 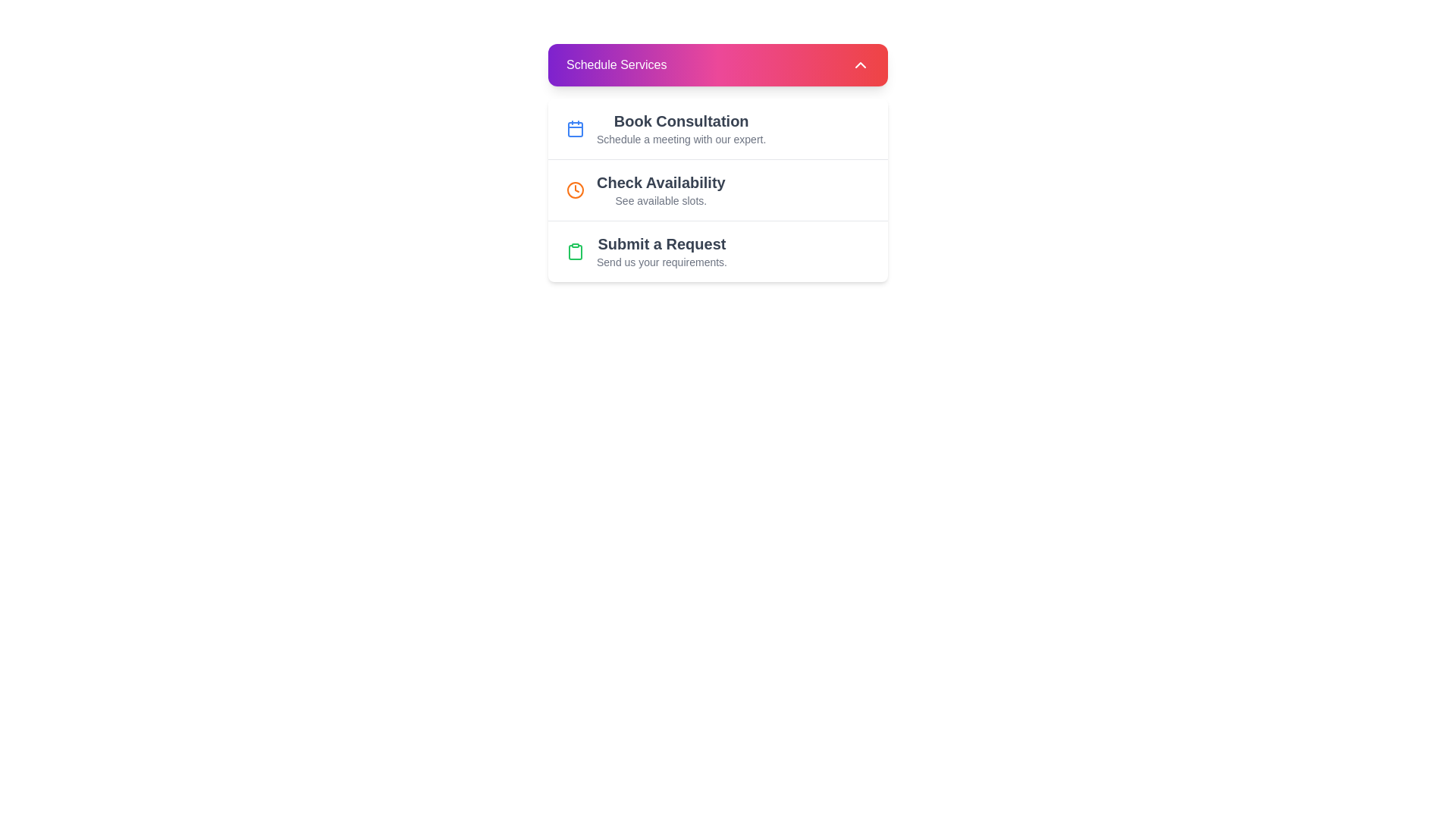 What do you see at coordinates (574, 127) in the screenshot?
I see `the 'Book Consultation' icon located to the left of the 'Book Consultation' text area in the 'Schedule Services' dropdown panel` at bounding box center [574, 127].